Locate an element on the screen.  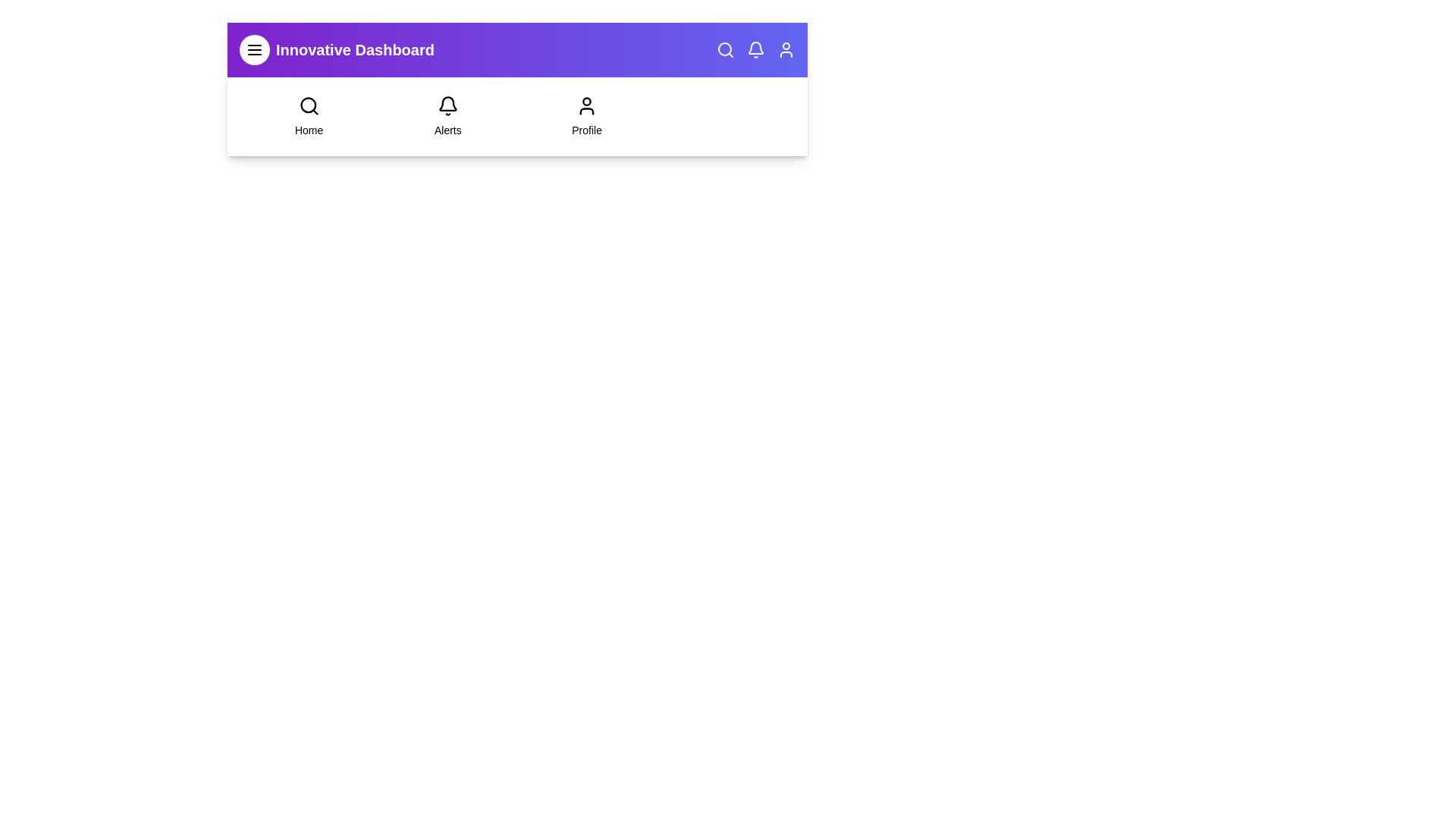
the Bell icon in the InnovativeAppBar is located at coordinates (756, 49).